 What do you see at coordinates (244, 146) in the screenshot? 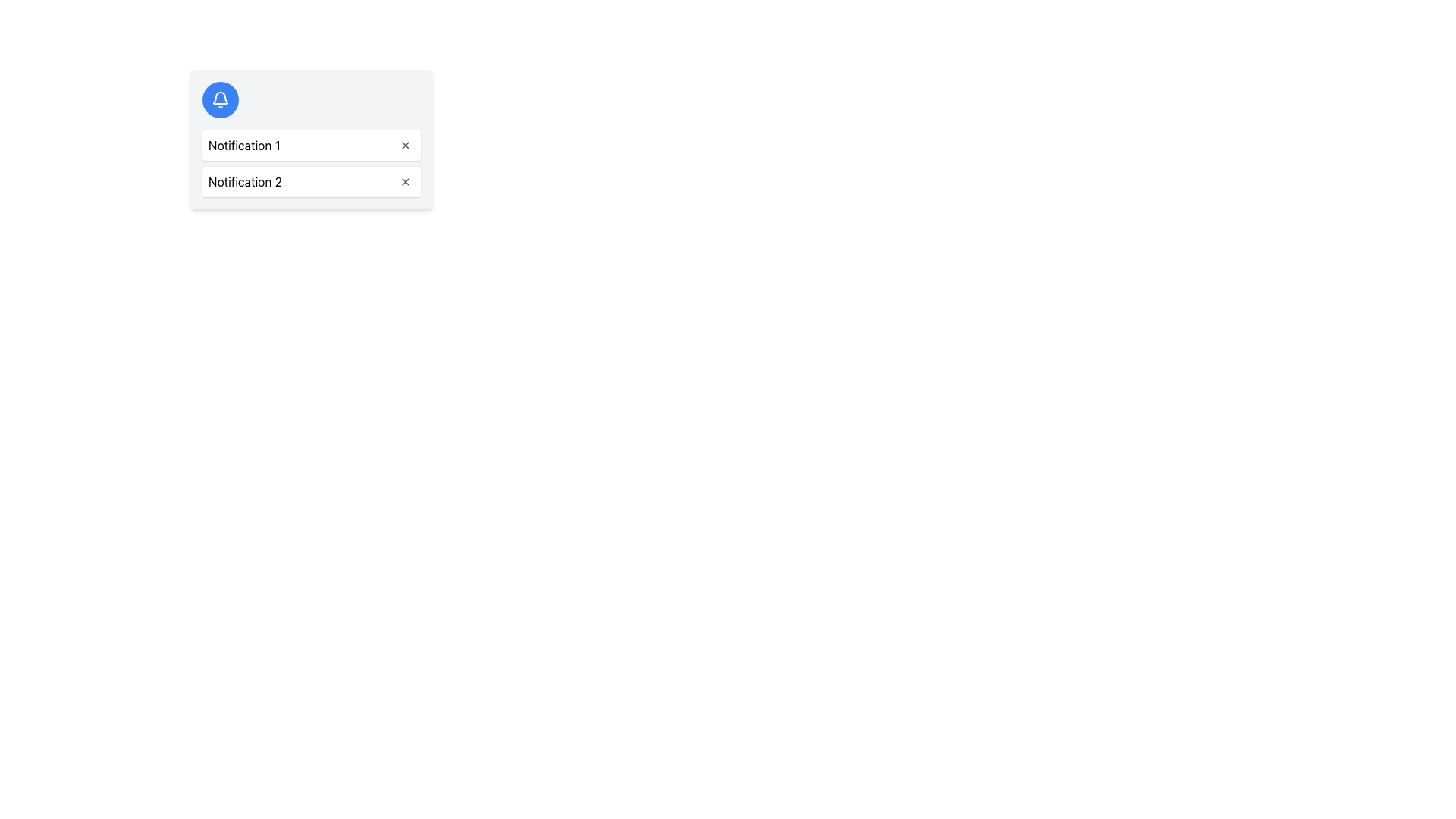
I see `the text label displaying 'Notification 1' in a bold, black font located inside the white, rectangular notification box below the bell icon` at bounding box center [244, 146].